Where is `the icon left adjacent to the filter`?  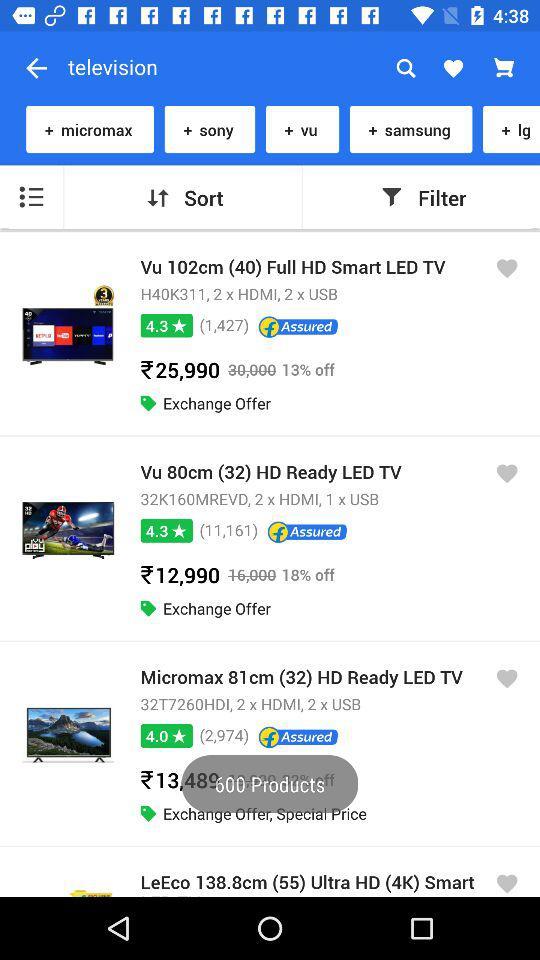 the icon left adjacent to the filter is located at coordinates (391, 197).